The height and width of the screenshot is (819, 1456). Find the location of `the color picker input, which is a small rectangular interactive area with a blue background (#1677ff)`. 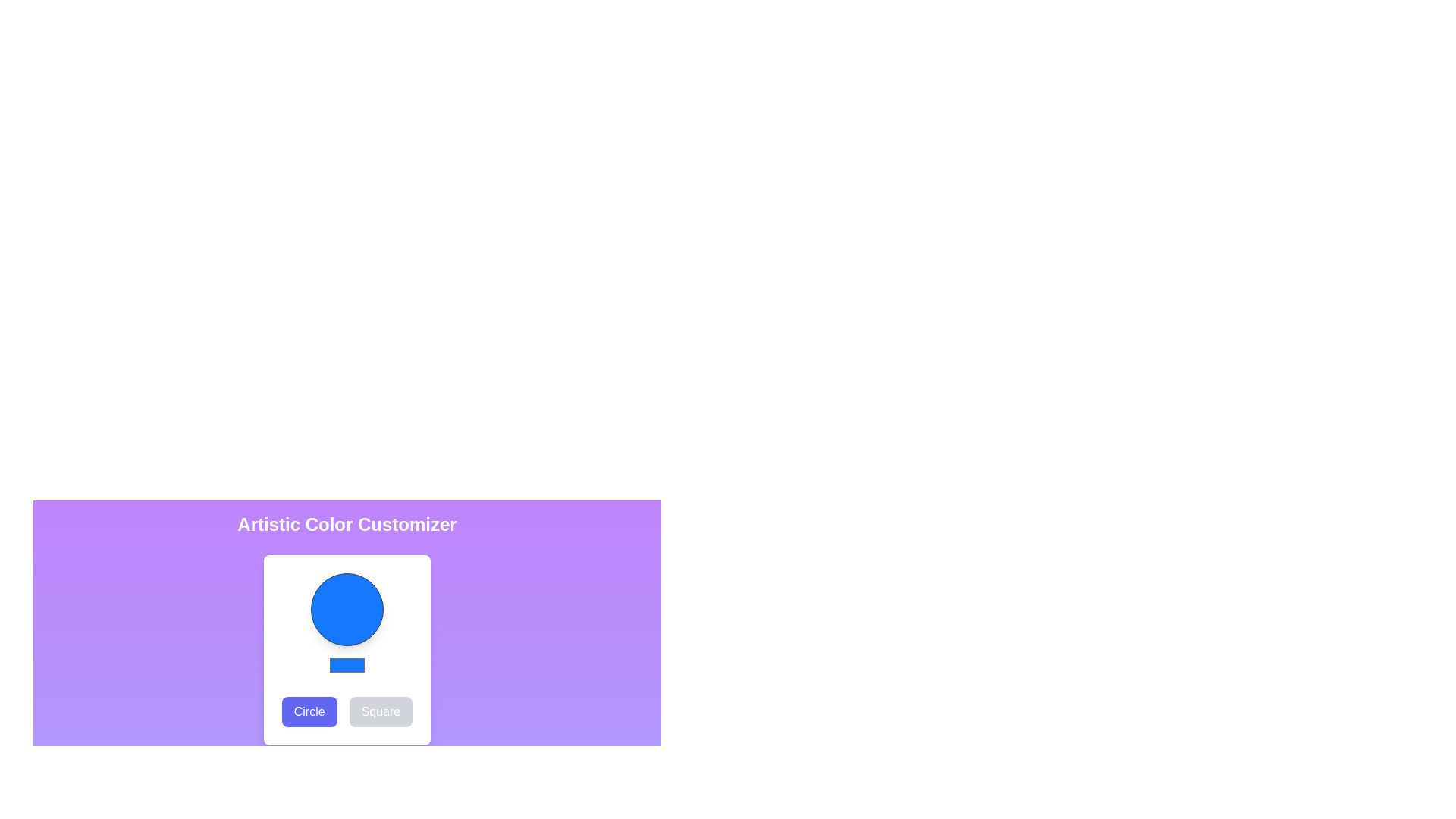

the color picker input, which is a small rectangular interactive area with a blue background (#1677ff) is located at coordinates (346, 664).